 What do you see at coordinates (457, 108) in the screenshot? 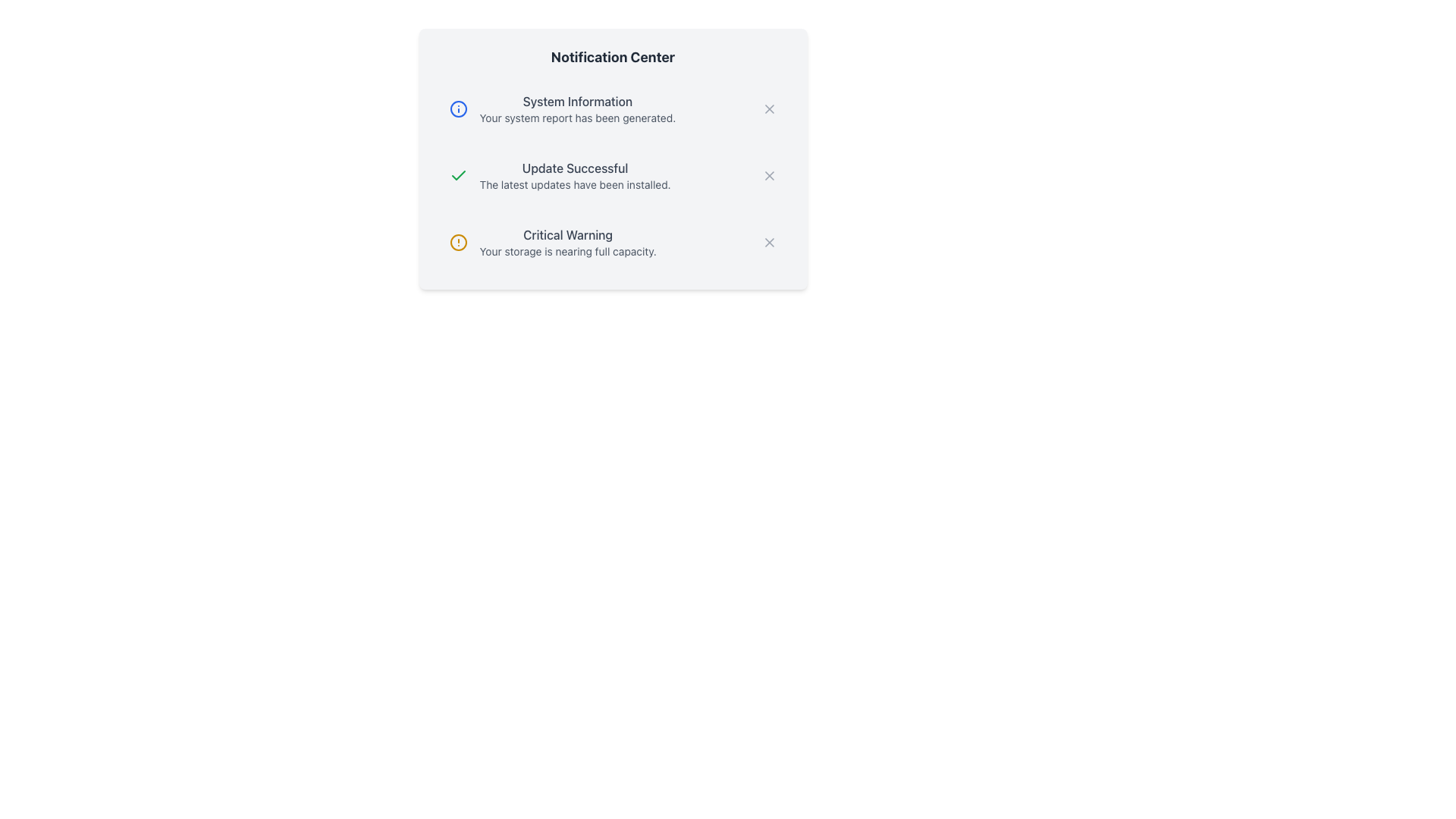
I see `the blue circular outline icon resembling an information symbol located on the left side of the 'System Information' message in the notification card` at bounding box center [457, 108].